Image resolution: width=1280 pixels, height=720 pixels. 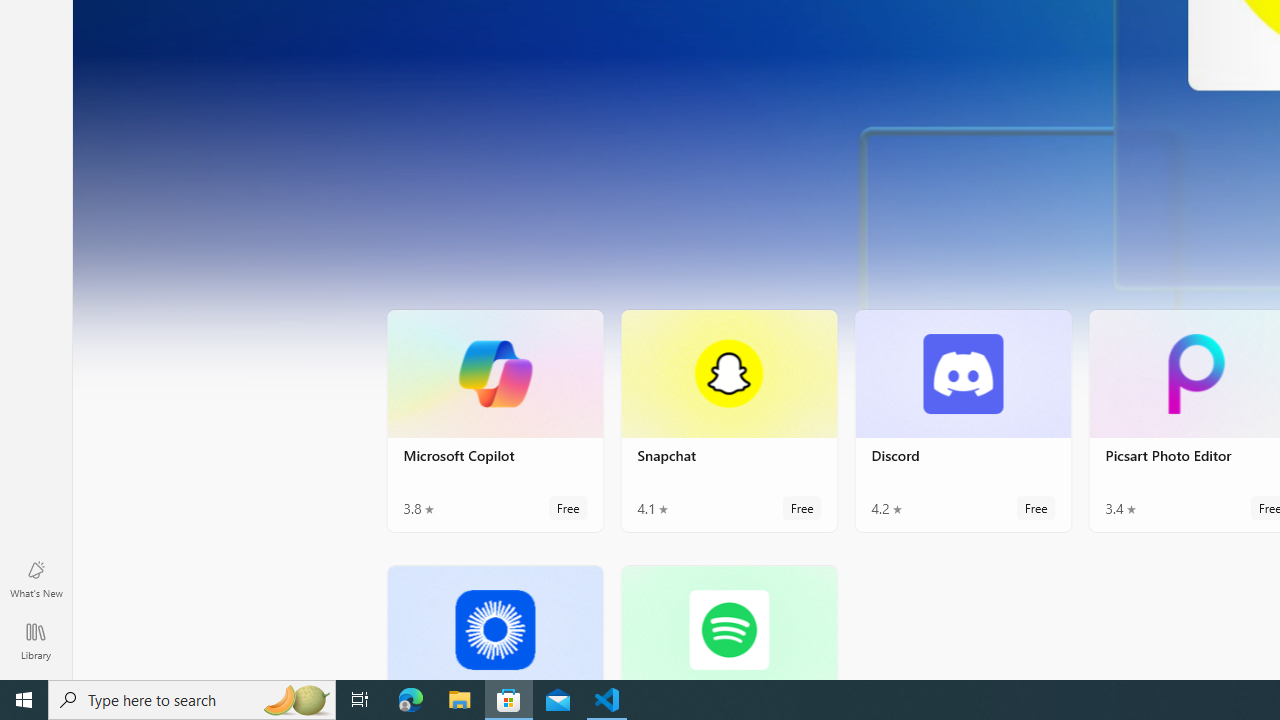 What do you see at coordinates (727, 419) in the screenshot?
I see `'Snapchat. Average rating of 4.1 out of five stars. Free  '` at bounding box center [727, 419].